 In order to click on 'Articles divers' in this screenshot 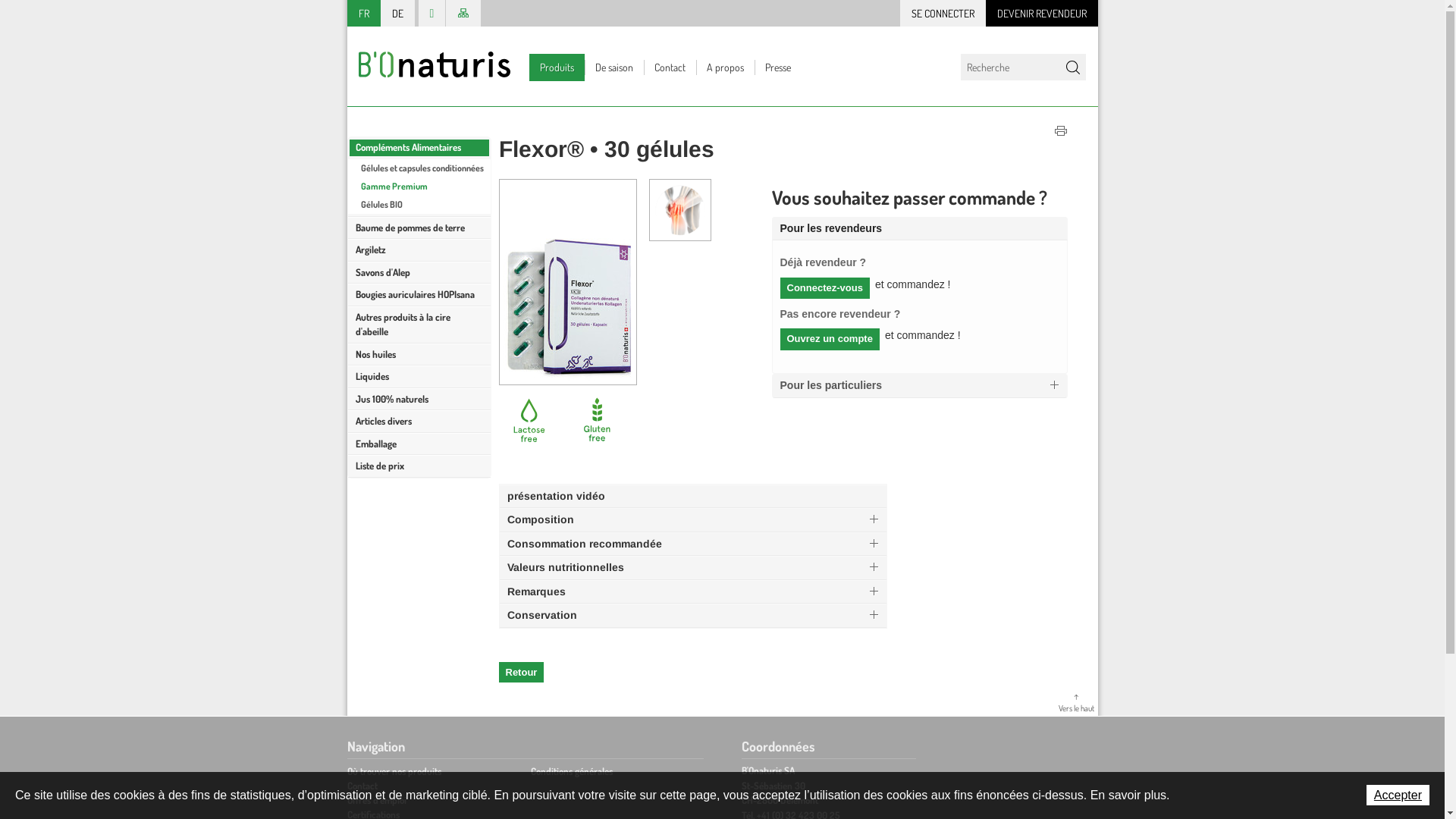, I will do `click(419, 421)`.